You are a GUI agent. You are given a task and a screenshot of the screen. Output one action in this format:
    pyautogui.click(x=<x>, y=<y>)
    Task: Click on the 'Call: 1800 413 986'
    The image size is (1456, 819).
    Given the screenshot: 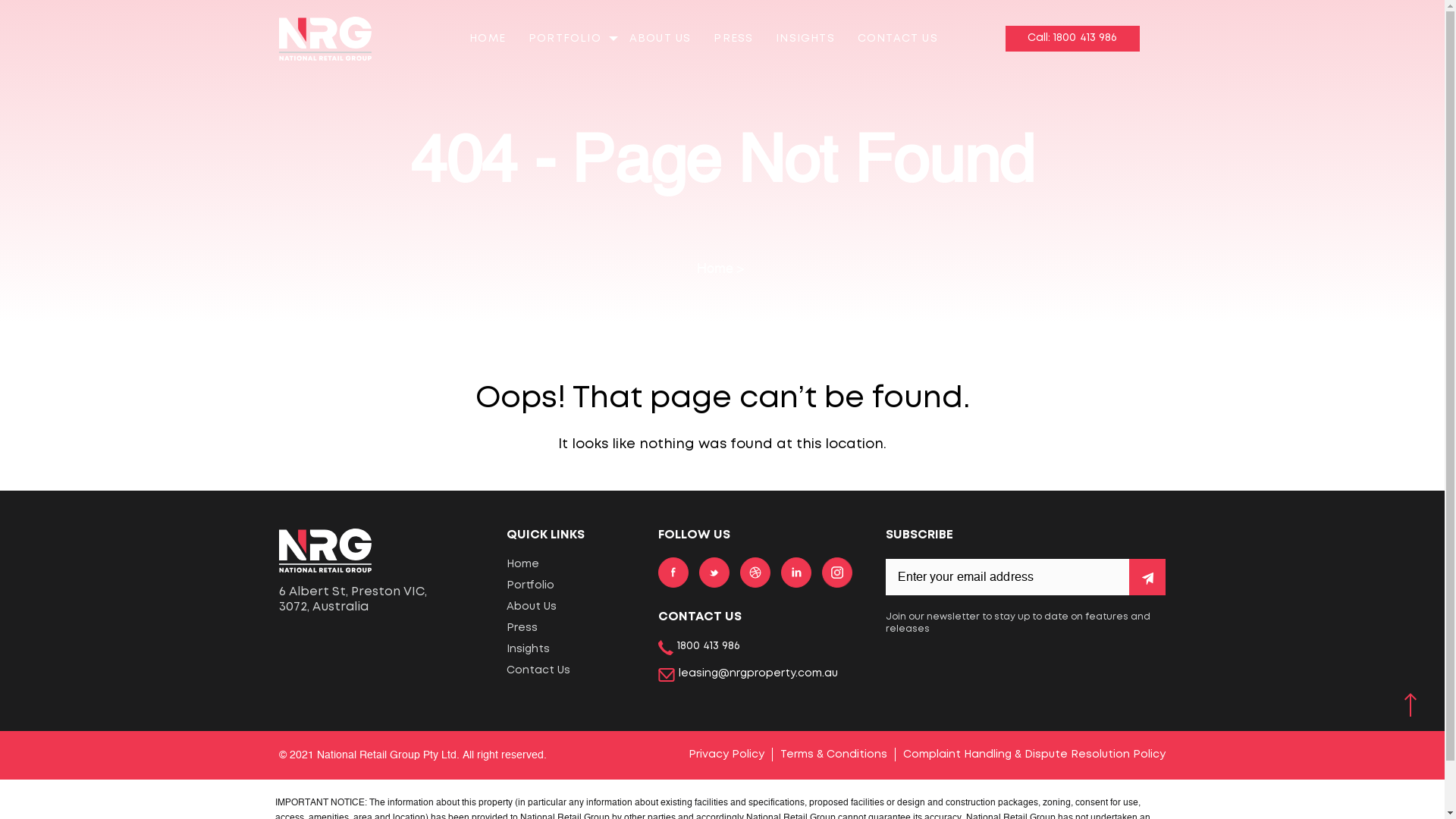 What is the action you would take?
    pyautogui.click(x=1072, y=37)
    